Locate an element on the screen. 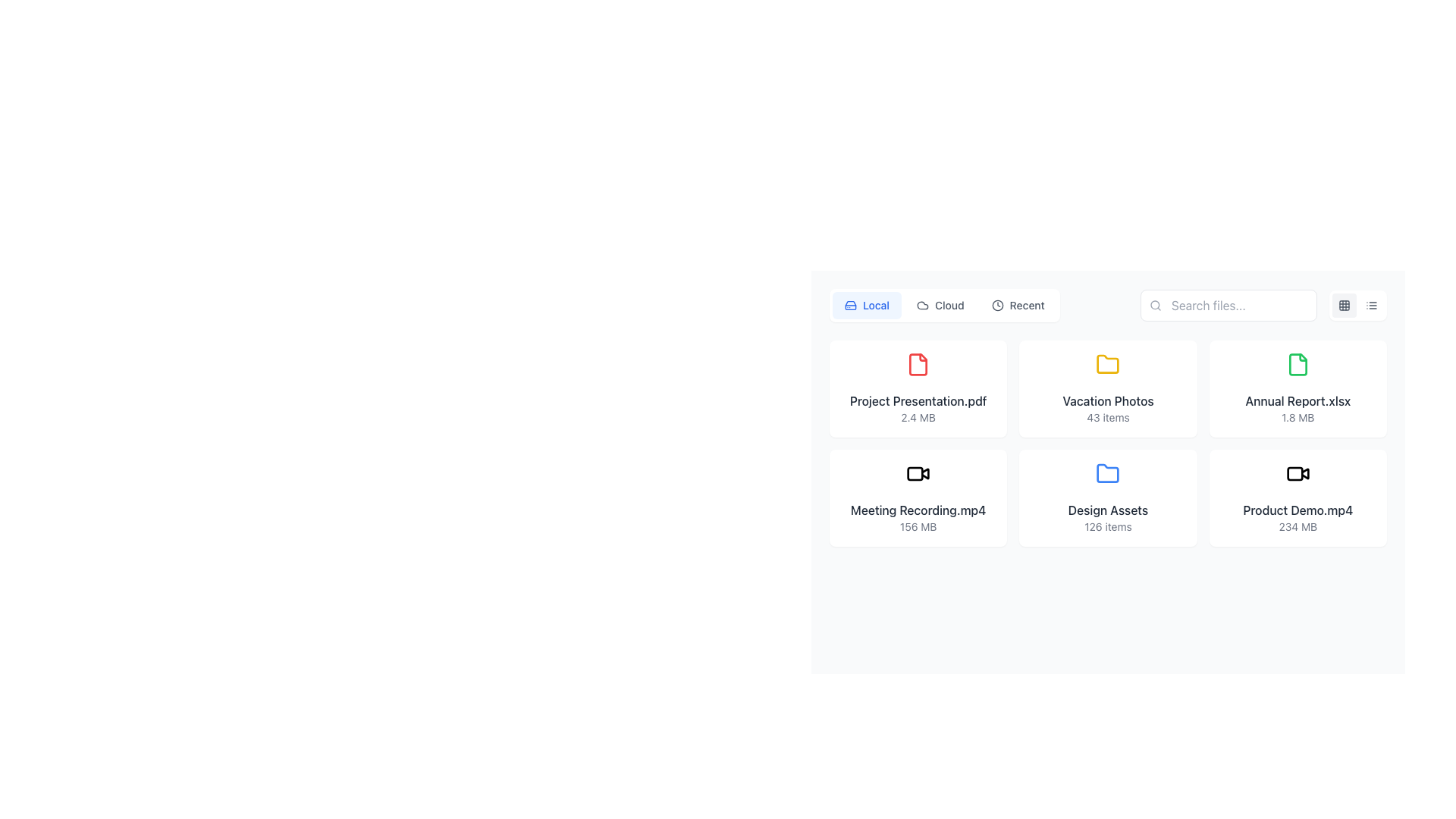  the icon representing the 'Product Demo.mp4' video file located at the top center of the card is located at coordinates (1297, 472).